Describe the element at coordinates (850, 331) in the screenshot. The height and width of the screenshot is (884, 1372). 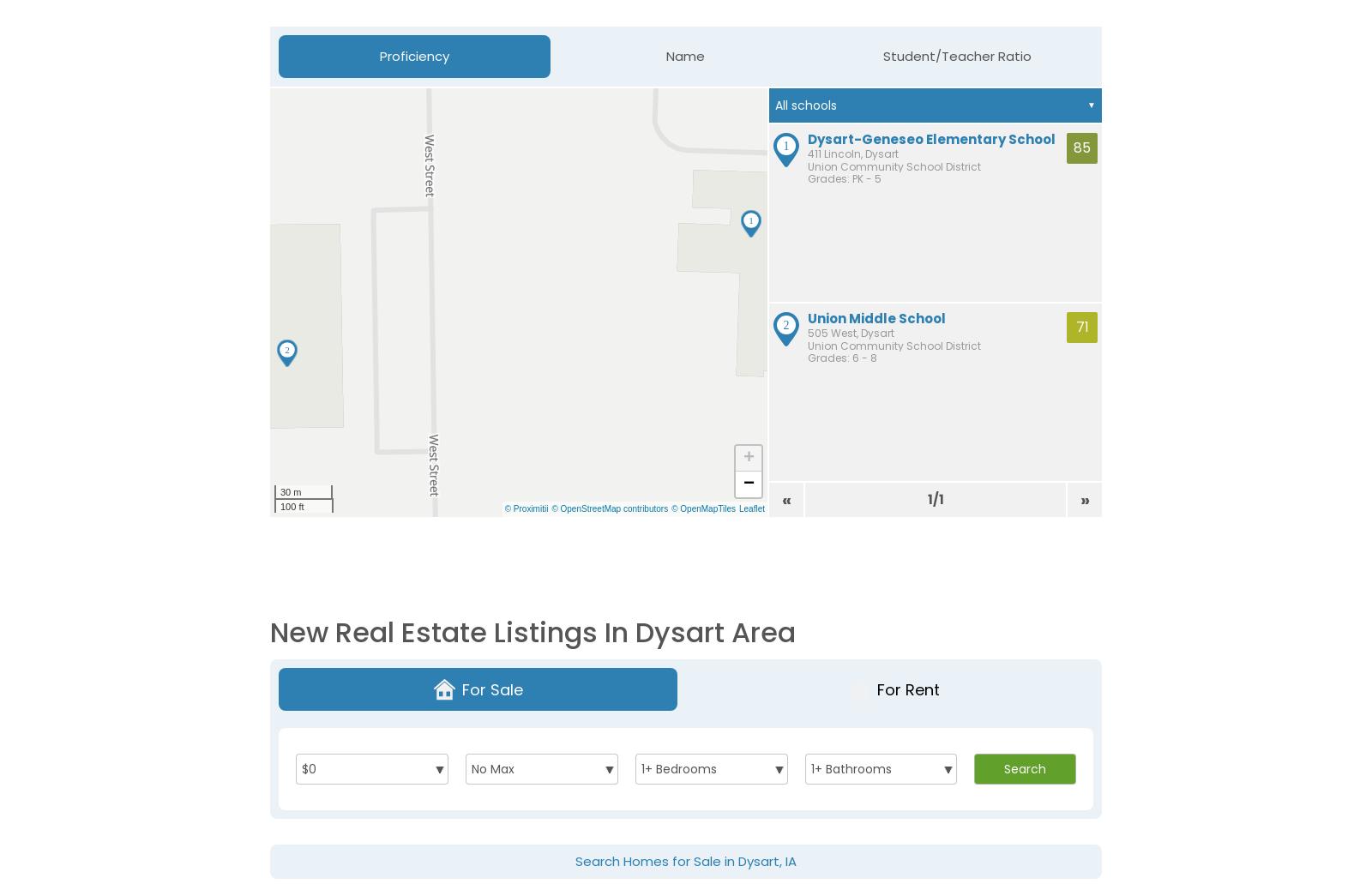
I see `'505 West, Dysart'` at that location.